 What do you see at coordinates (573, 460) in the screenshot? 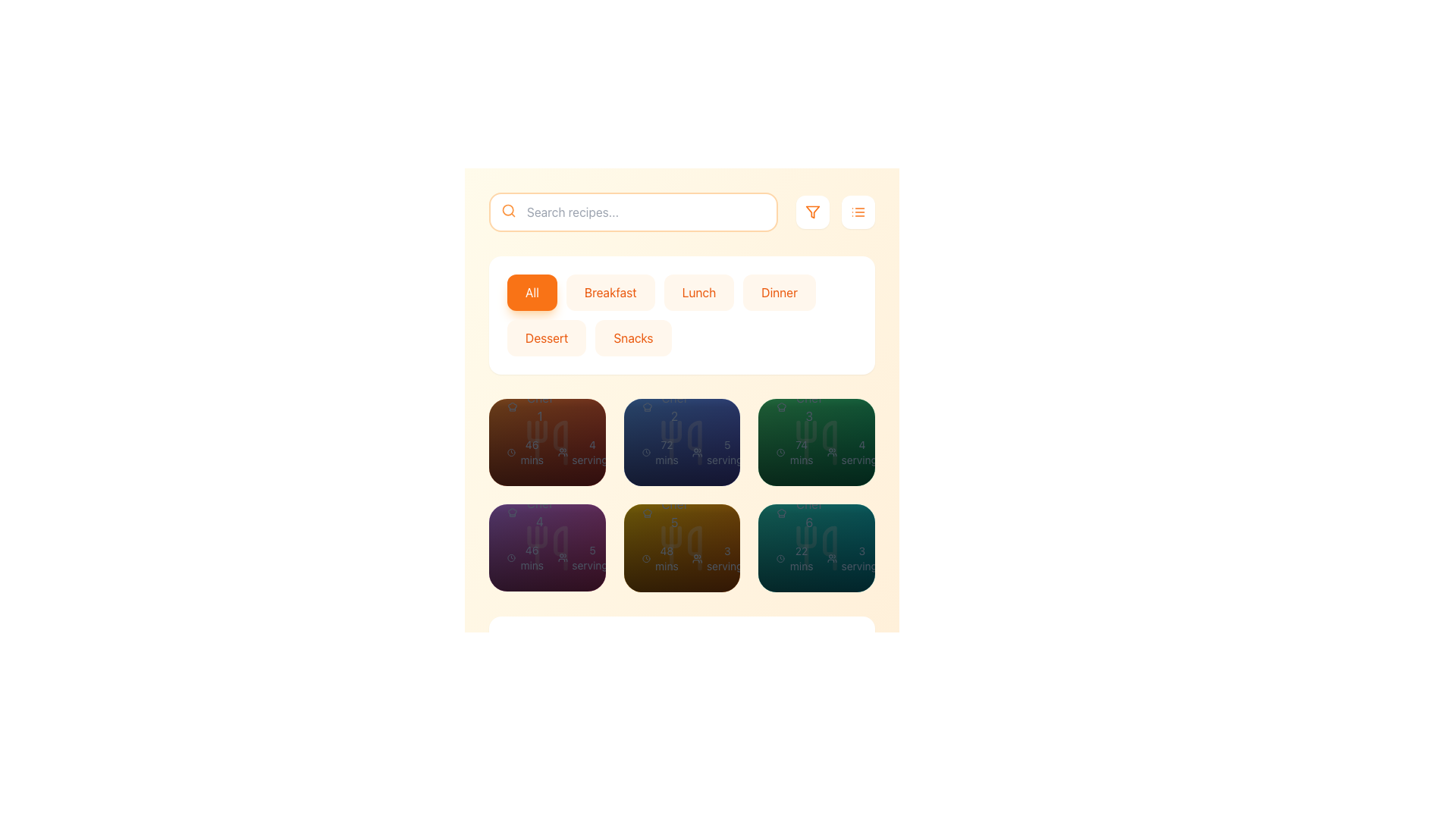
I see `the Text Label that indicates the rating or score associated with the recipe, located in the information panel of the recipe card near the star icon` at bounding box center [573, 460].